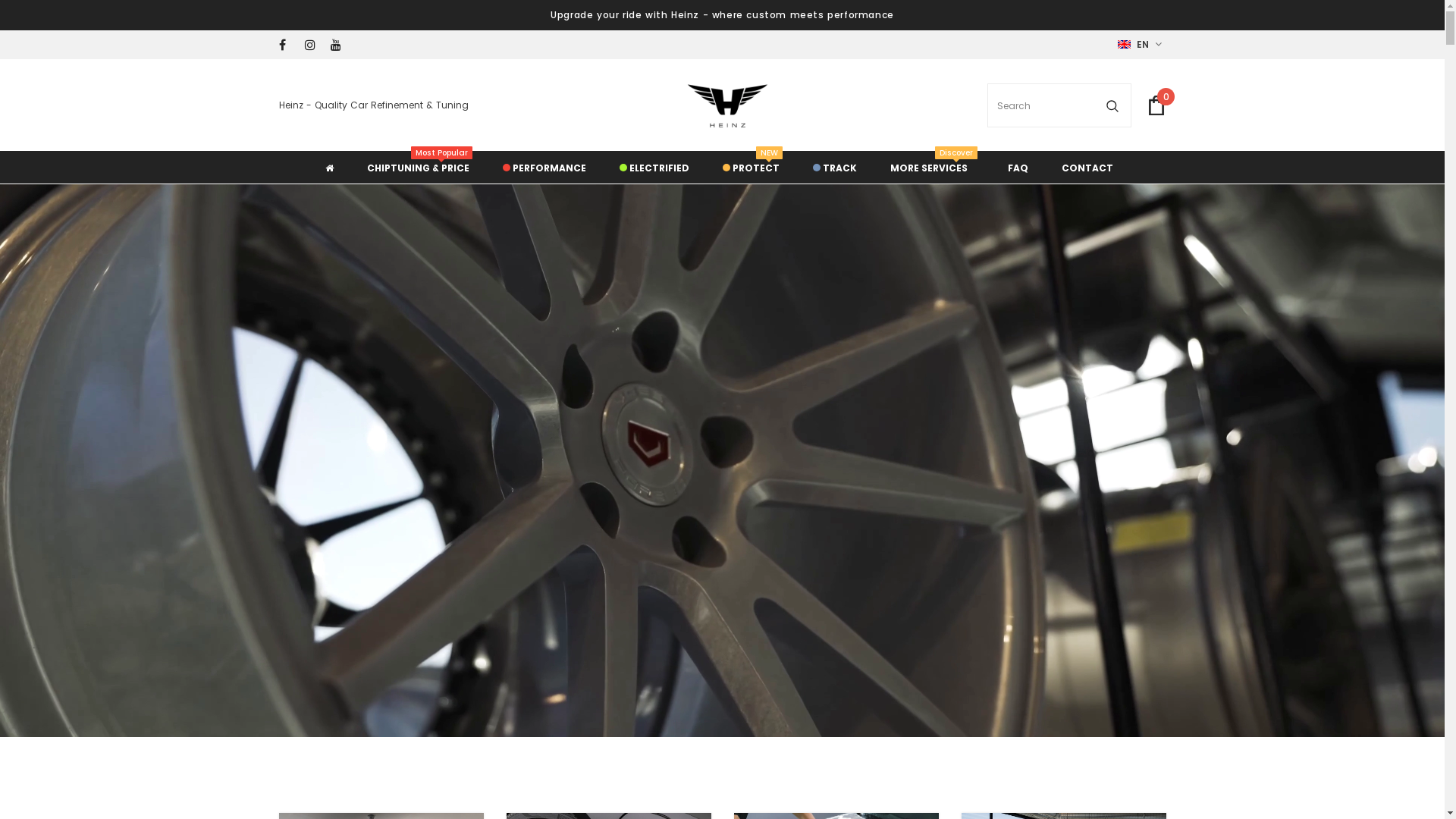  What do you see at coordinates (1017, 166) in the screenshot?
I see `'FAQ'` at bounding box center [1017, 166].